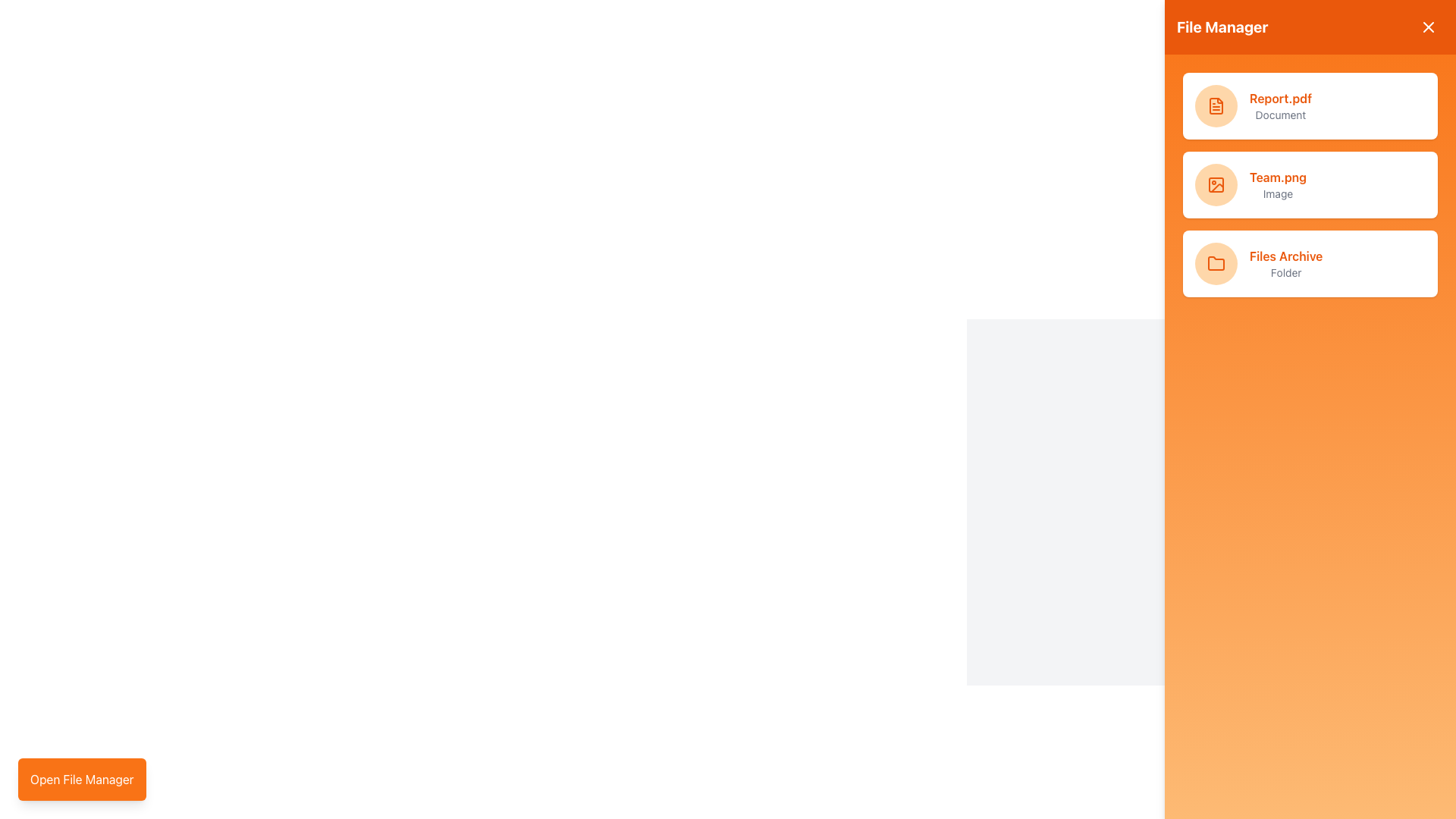 This screenshot has width=1456, height=819. Describe the element at coordinates (1216, 184) in the screenshot. I see `the circular icon with an orange background and white border located on the left side of the 'Team.png' button` at that location.